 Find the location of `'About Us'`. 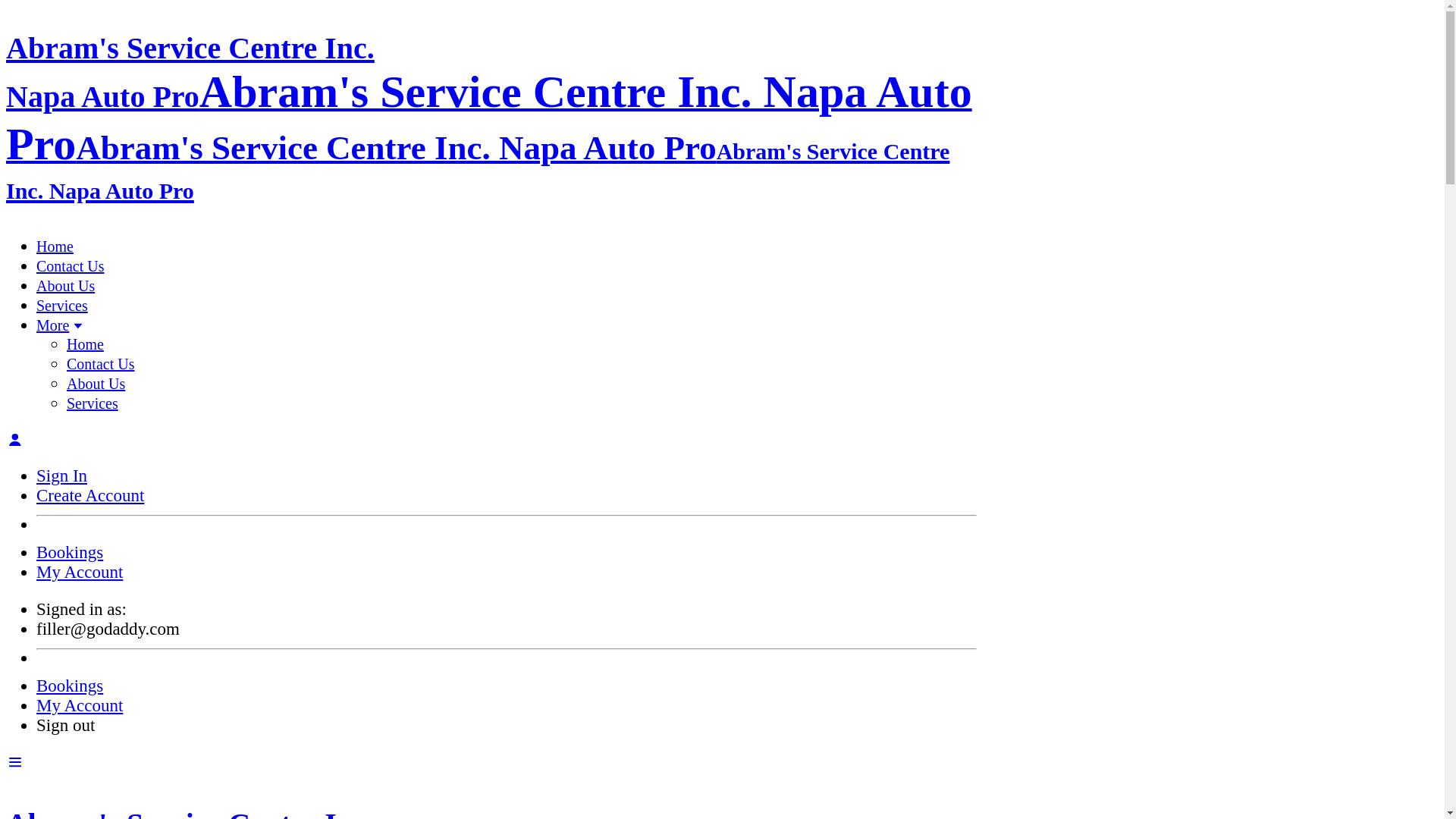

'About Us' is located at coordinates (64, 286).